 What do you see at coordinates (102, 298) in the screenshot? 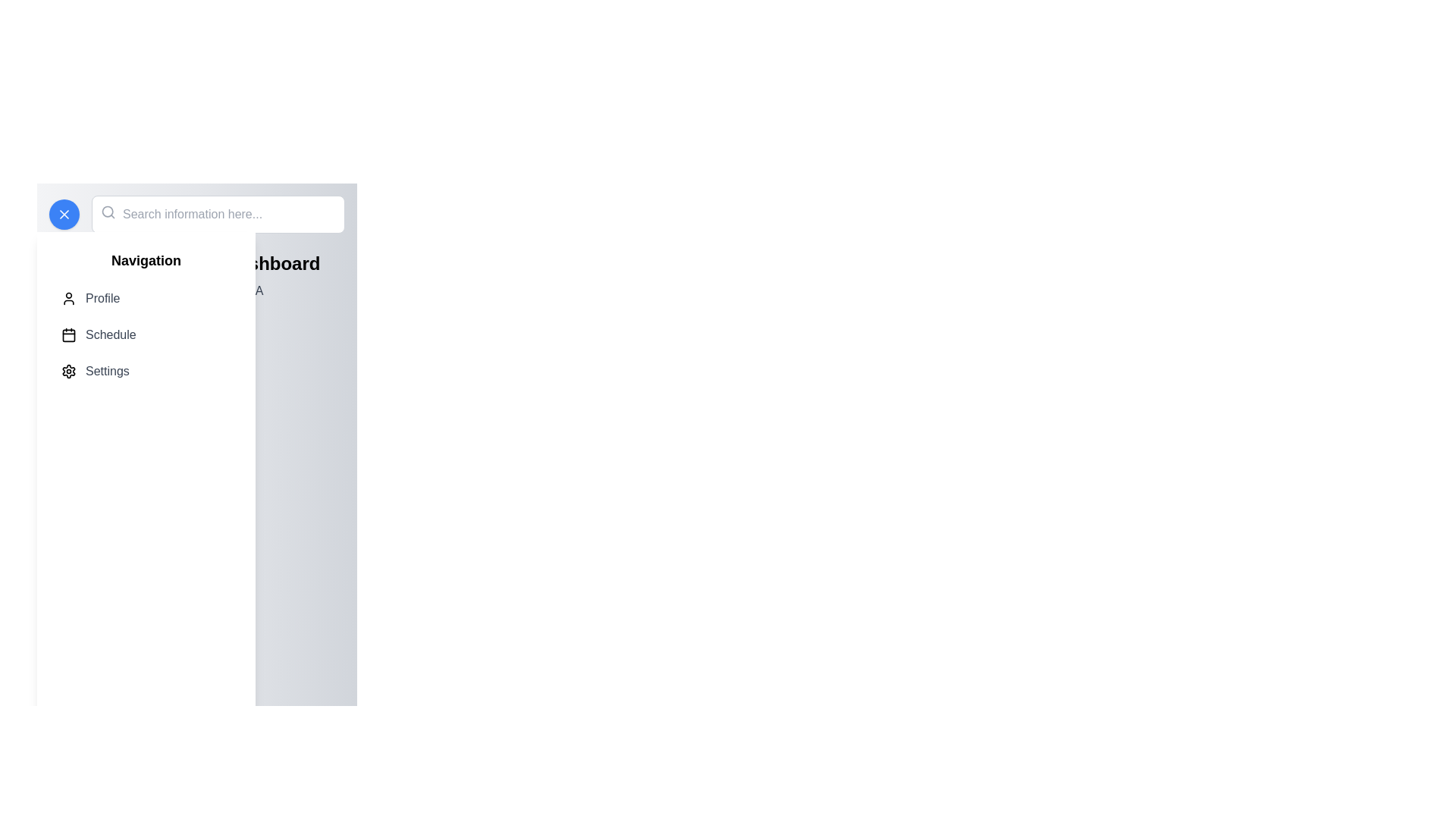
I see `the 'Profile' text label in the sidebar menu, which is styled in gray and positioned next to the user profile icon` at bounding box center [102, 298].